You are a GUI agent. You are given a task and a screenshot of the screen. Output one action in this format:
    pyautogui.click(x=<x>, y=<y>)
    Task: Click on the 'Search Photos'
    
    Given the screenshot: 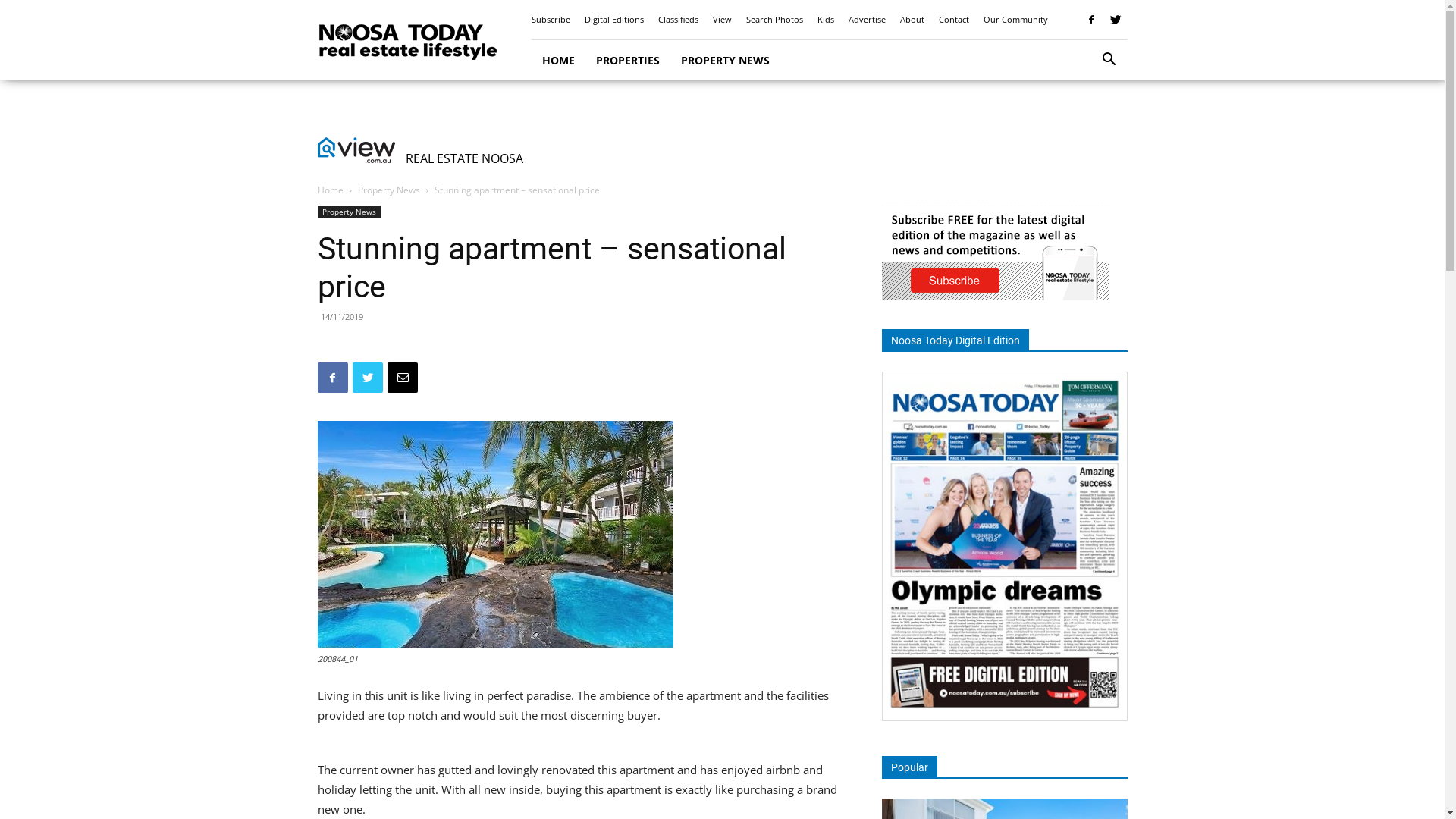 What is the action you would take?
    pyautogui.click(x=774, y=19)
    